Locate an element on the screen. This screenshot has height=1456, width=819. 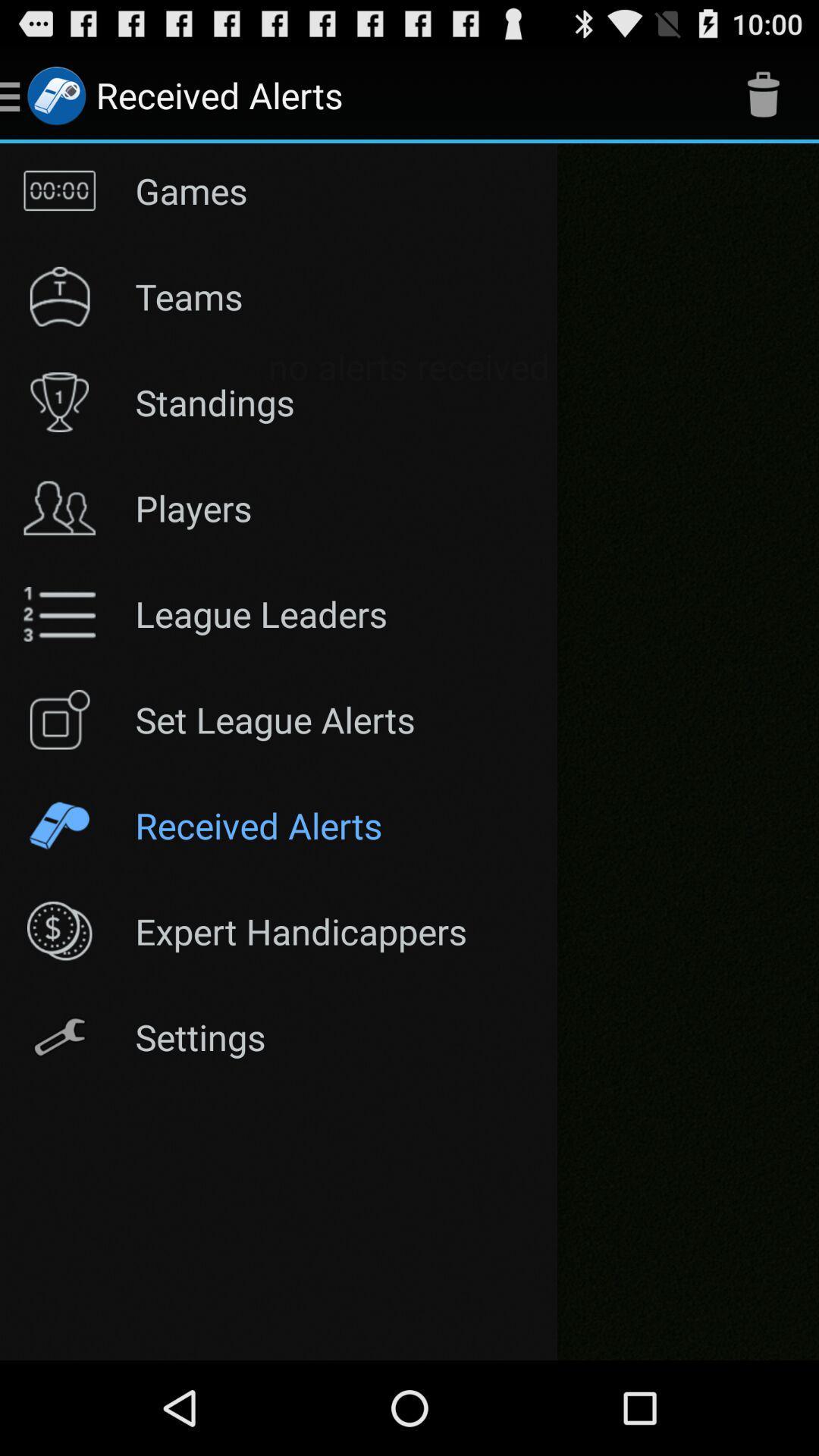
move to left of players is located at coordinates (58, 508).